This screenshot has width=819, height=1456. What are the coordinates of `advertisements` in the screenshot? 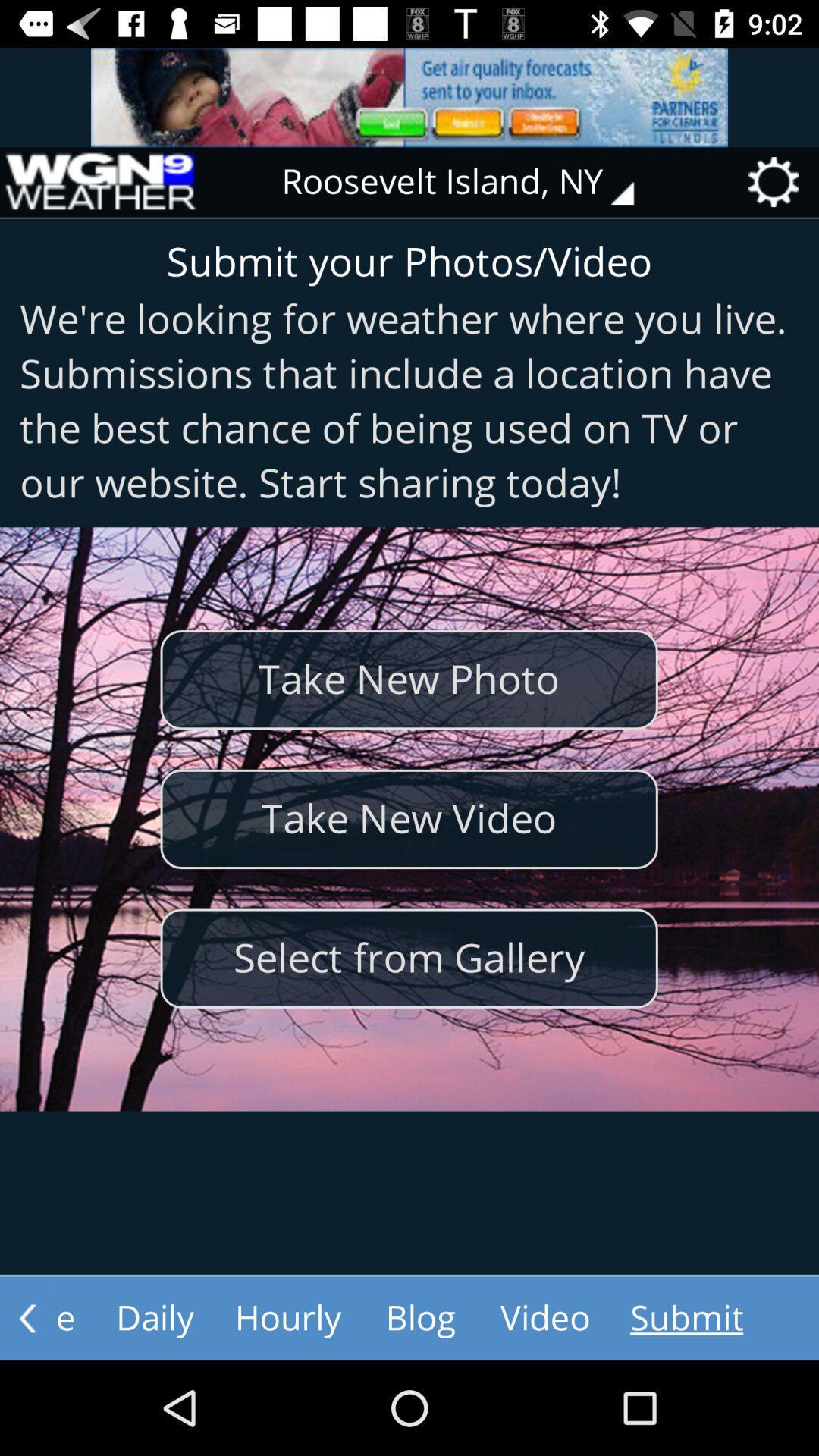 It's located at (409, 96).